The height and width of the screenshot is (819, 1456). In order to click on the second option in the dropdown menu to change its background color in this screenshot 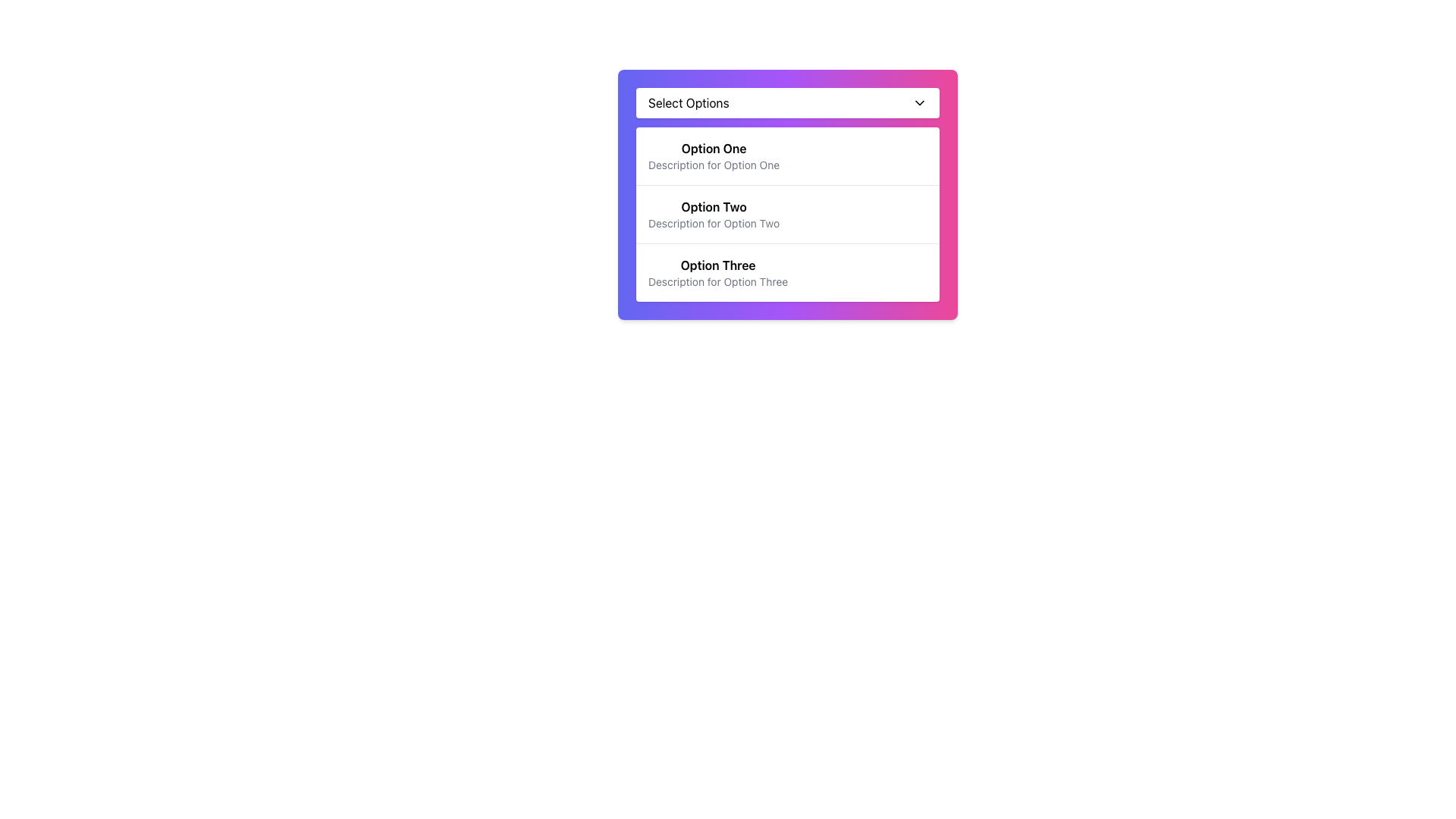, I will do `click(787, 214)`.